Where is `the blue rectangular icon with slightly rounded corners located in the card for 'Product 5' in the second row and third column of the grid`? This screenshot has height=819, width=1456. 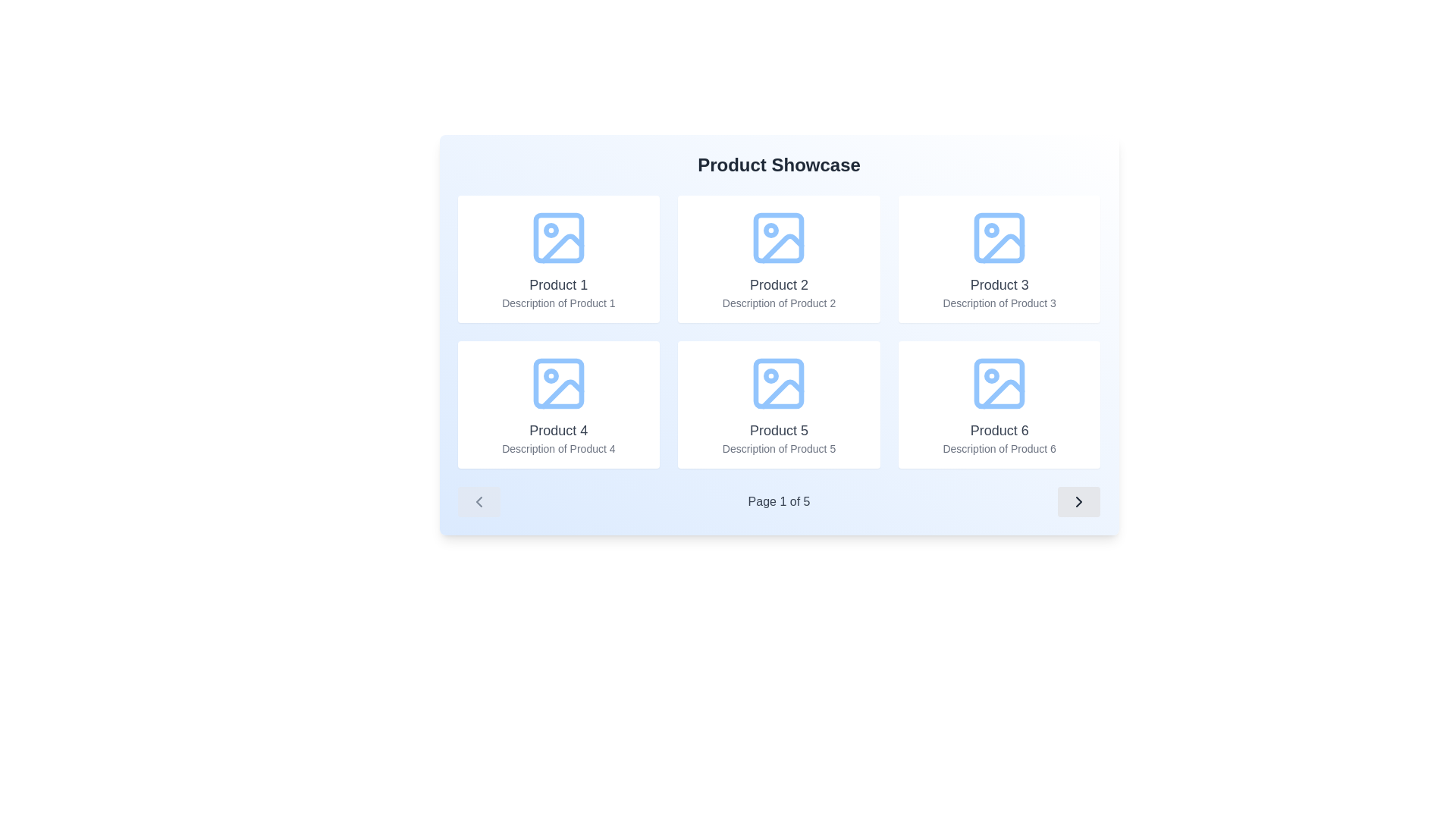 the blue rectangular icon with slightly rounded corners located in the card for 'Product 5' in the second row and third column of the grid is located at coordinates (779, 382).